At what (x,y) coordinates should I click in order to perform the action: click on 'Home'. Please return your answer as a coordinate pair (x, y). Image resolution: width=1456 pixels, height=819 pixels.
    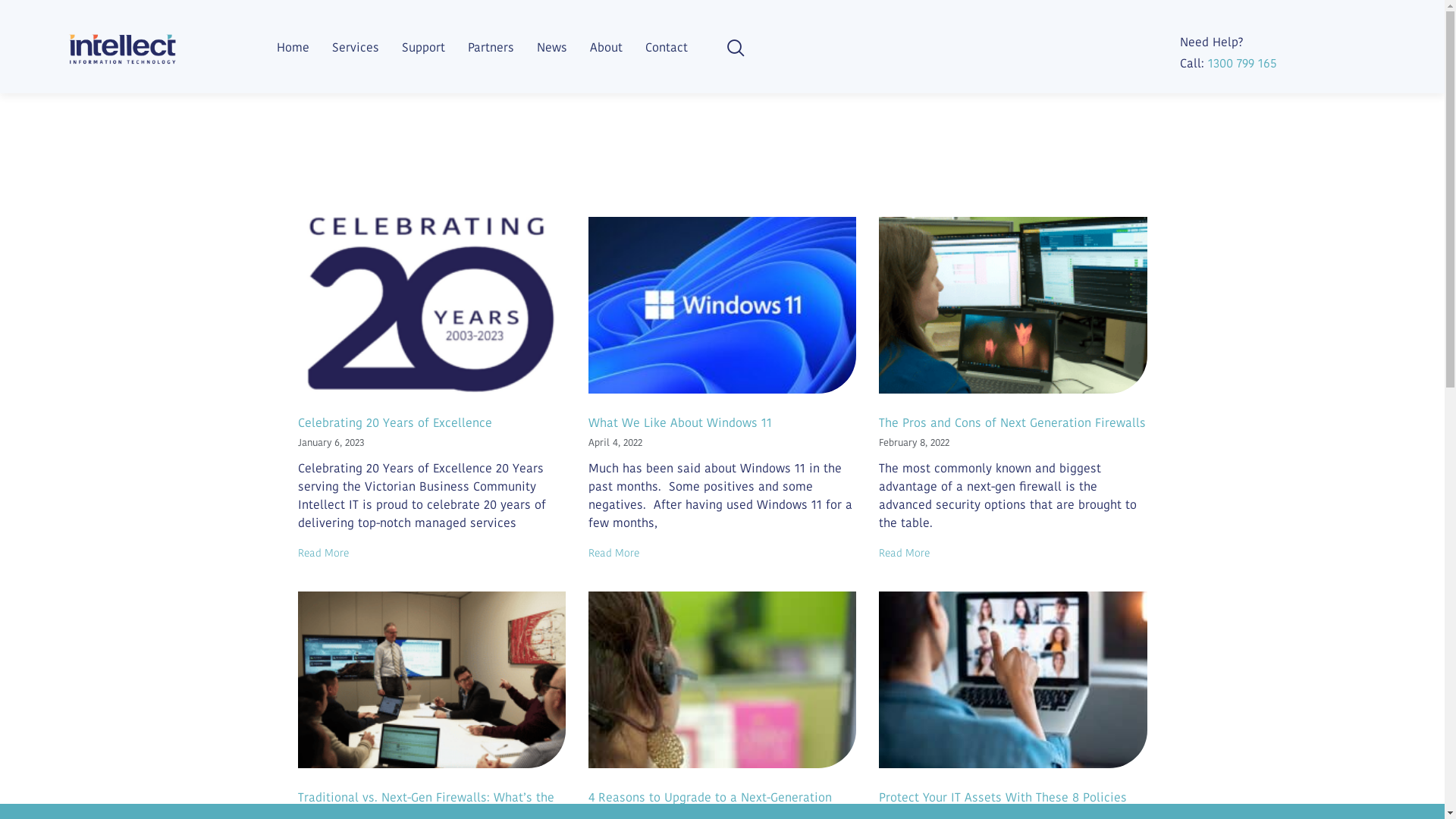
    Looking at the image, I should click on (276, 46).